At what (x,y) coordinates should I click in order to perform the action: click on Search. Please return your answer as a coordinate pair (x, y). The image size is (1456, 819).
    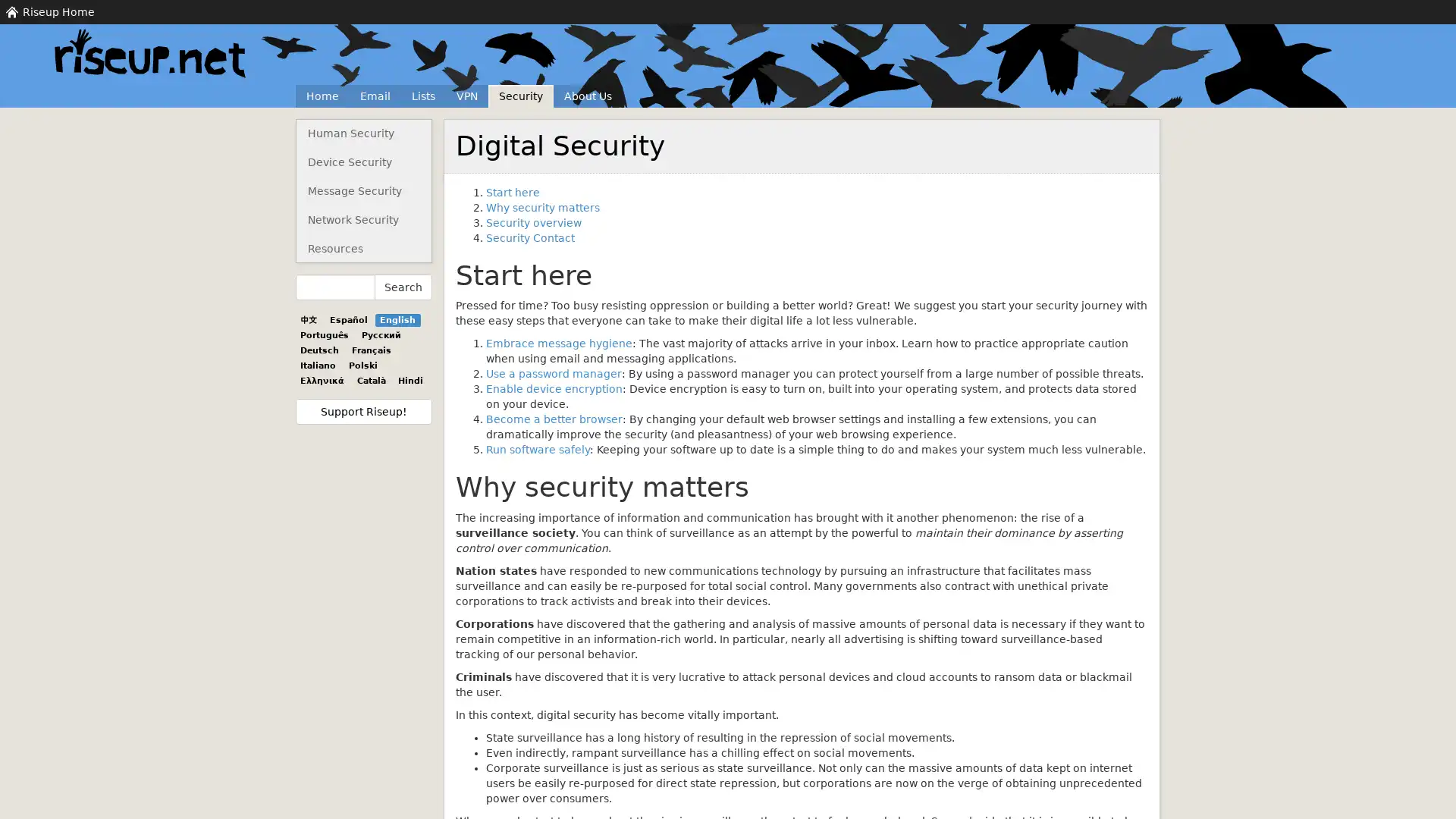
    Looking at the image, I should click on (403, 287).